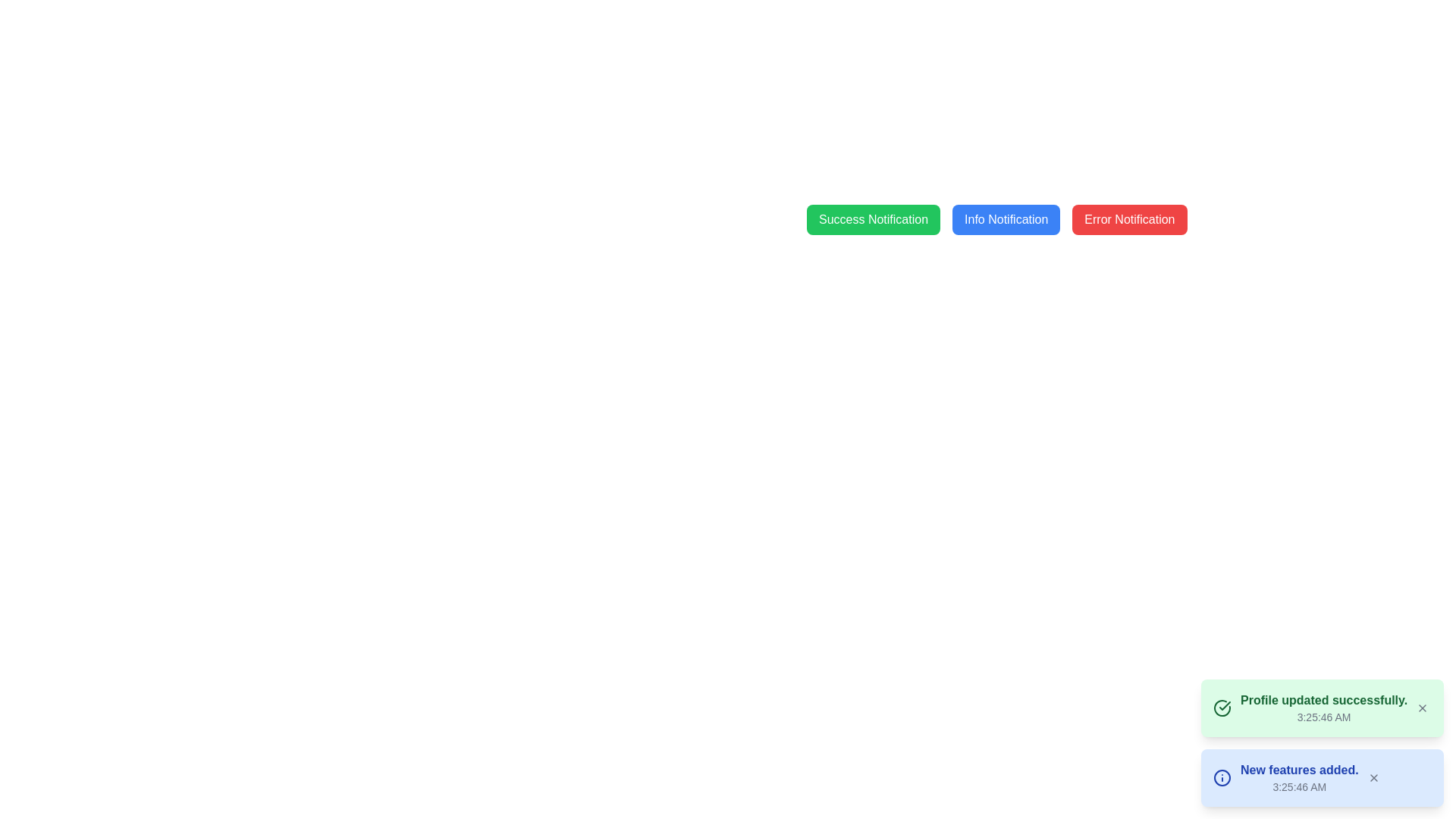 Image resolution: width=1456 pixels, height=819 pixels. What do you see at coordinates (1373, 778) in the screenshot?
I see `the dismiss button, which is a small 'X' icon located at the far right of the blue notification box containing the text 'New features added.' and '3:25:46 AM'` at bounding box center [1373, 778].